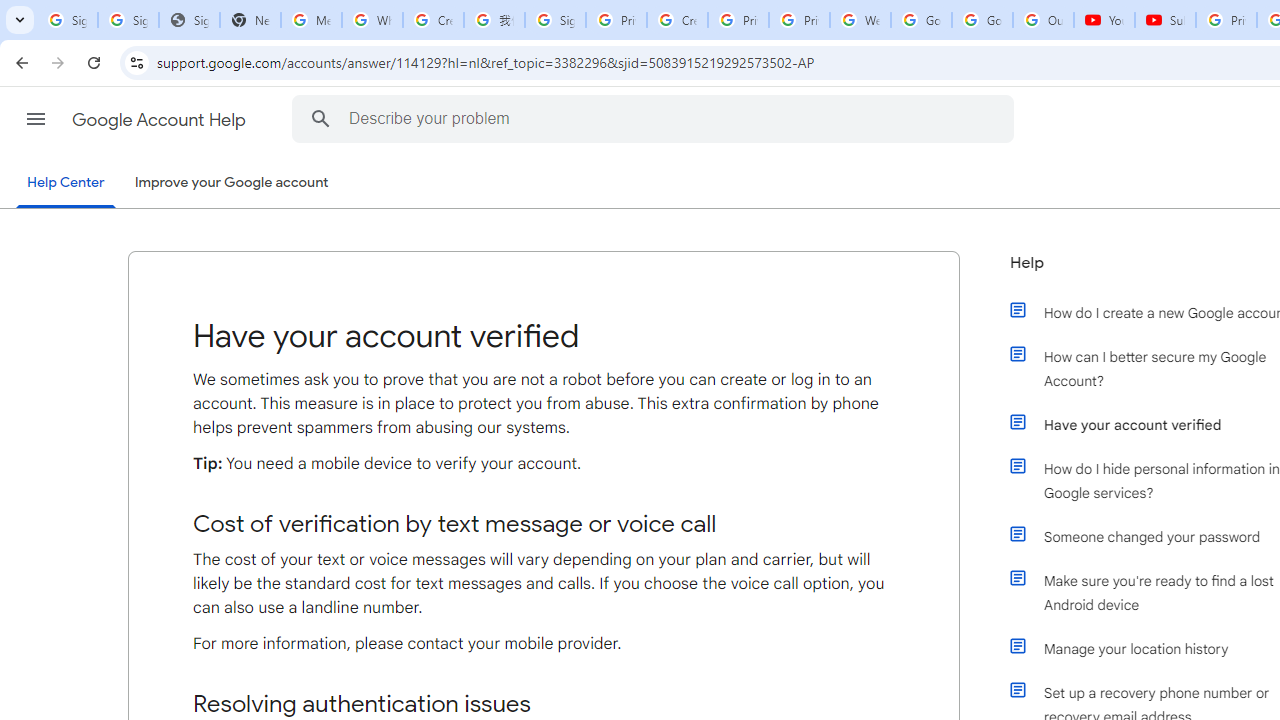 This screenshot has width=1280, height=720. I want to click on 'Sign In - USA TODAY', so click(189, 20).